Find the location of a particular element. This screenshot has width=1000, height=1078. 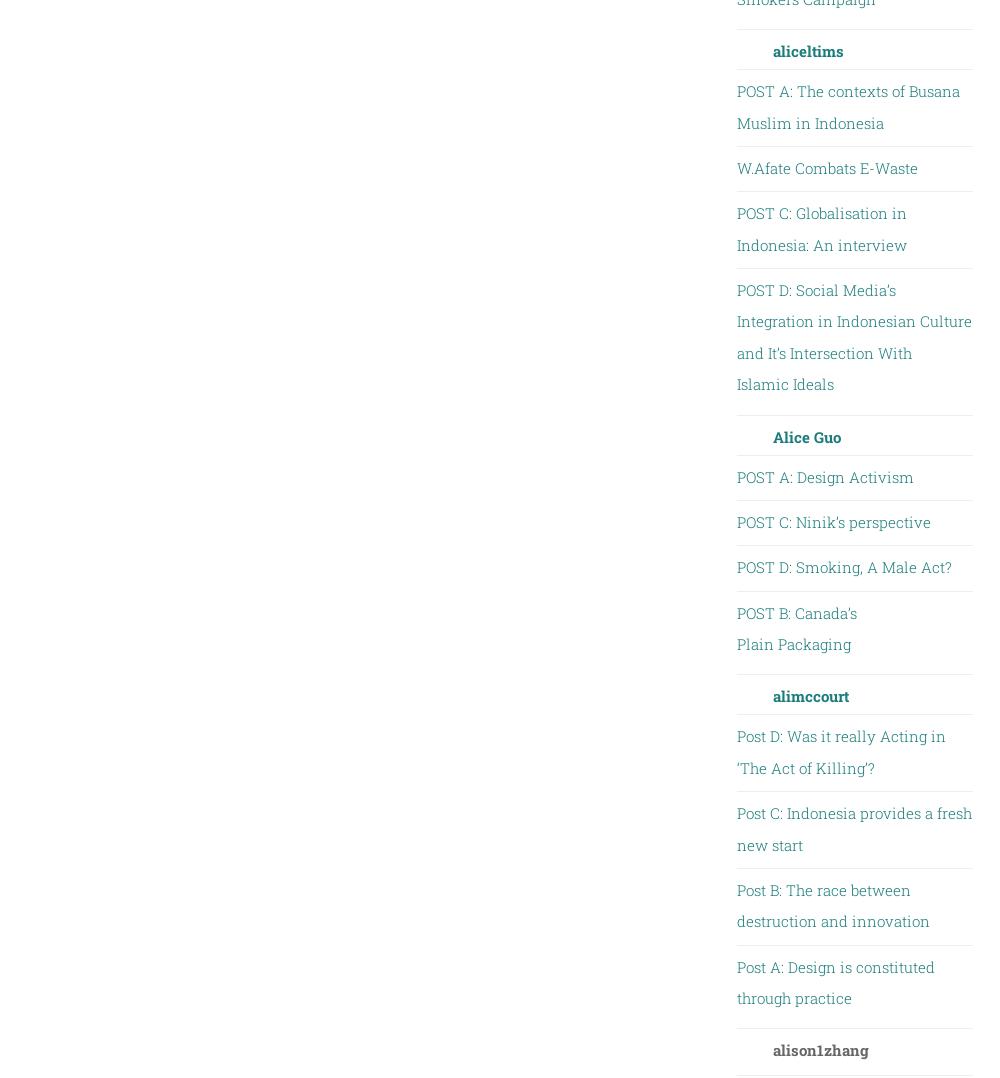

'aliceltims' is located at coordinates (807, 50).